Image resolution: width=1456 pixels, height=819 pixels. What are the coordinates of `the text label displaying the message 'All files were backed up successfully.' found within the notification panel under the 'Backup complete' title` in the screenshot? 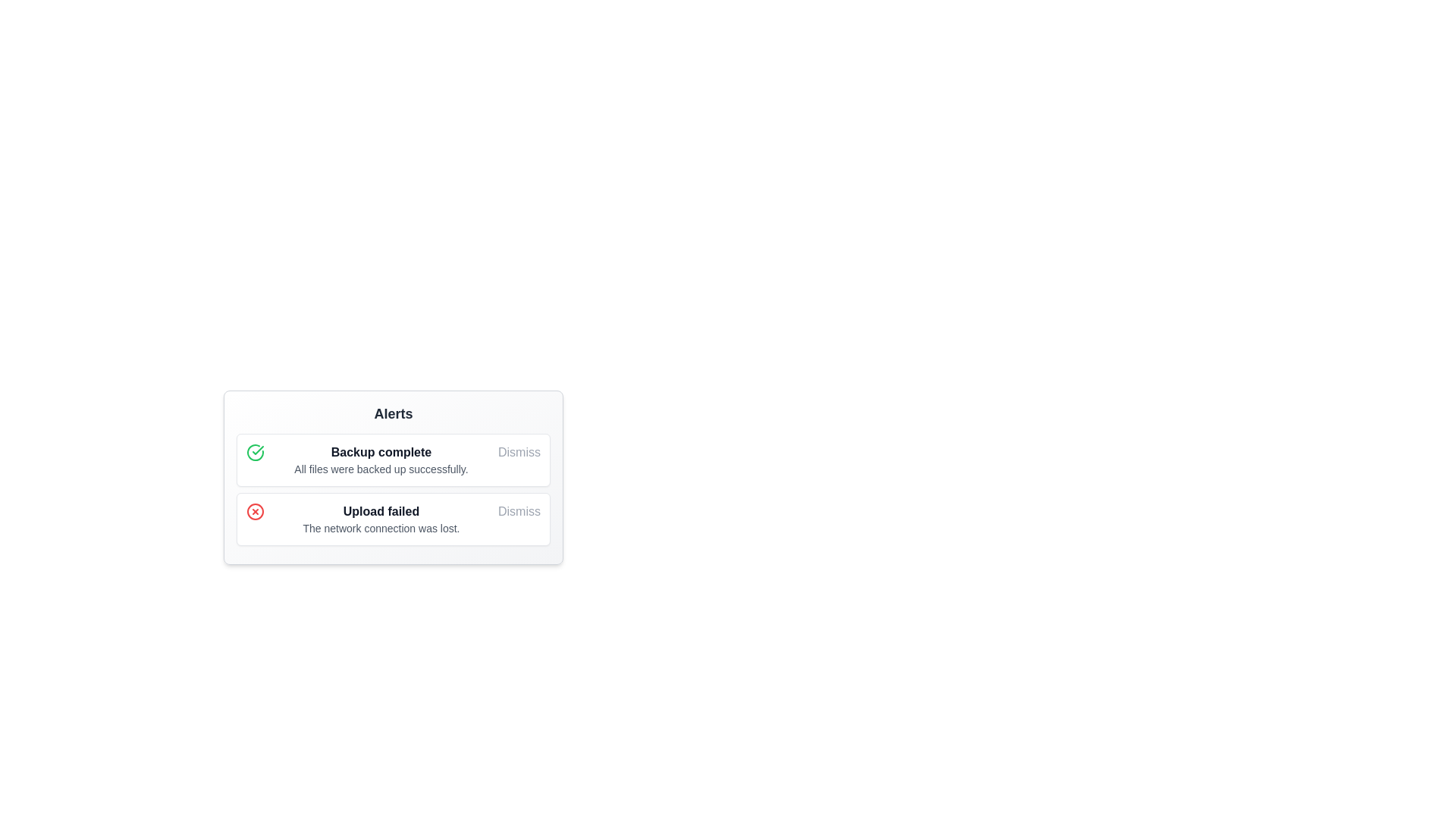 It's located at (381, 468).